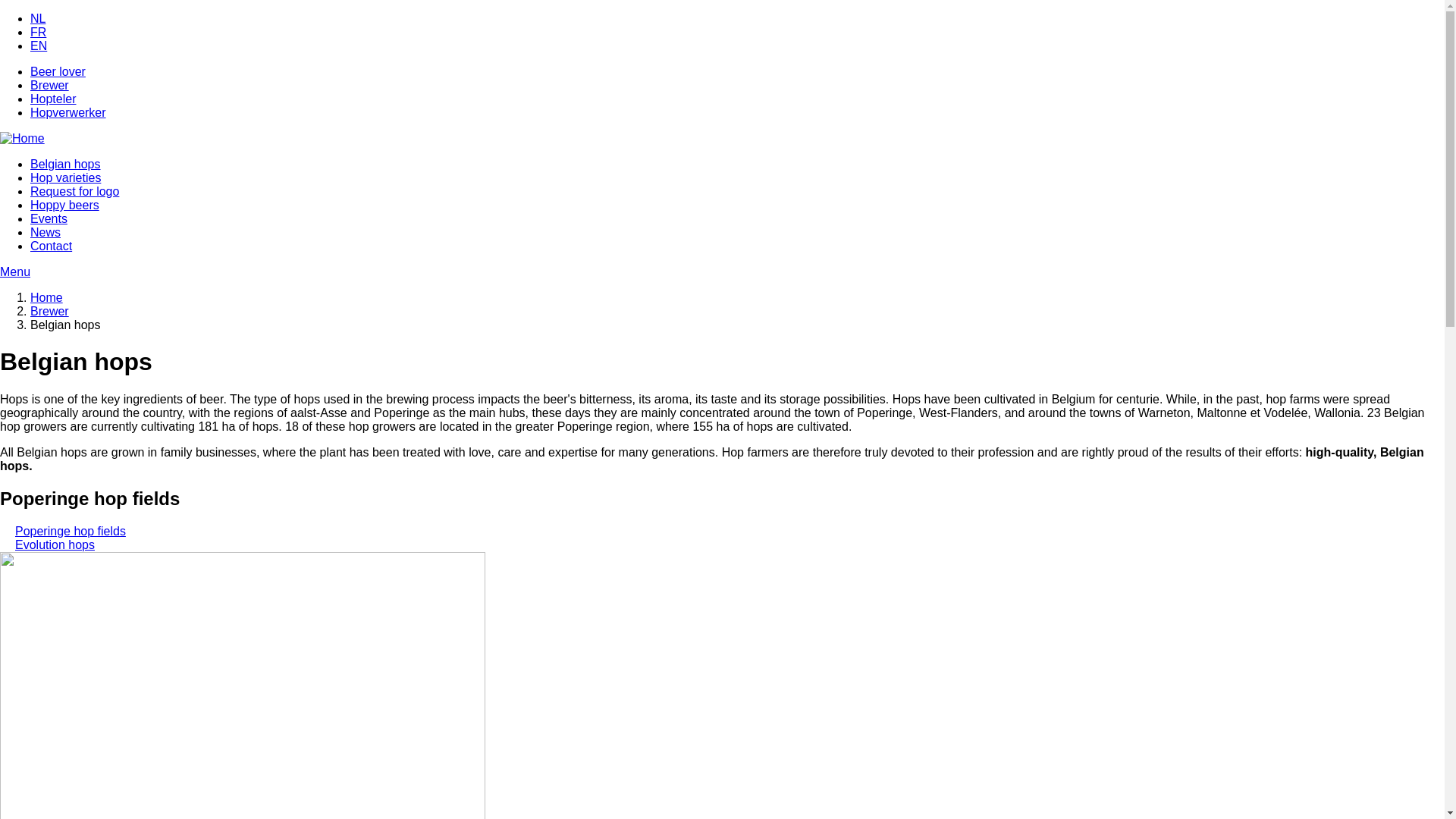 Image resolution: width=1456 pixels, height=819 pixels. What do you see at coordinates (53, 99) in the screenshot?
I see `'Hopteler'` at bounding box center [53, 99].